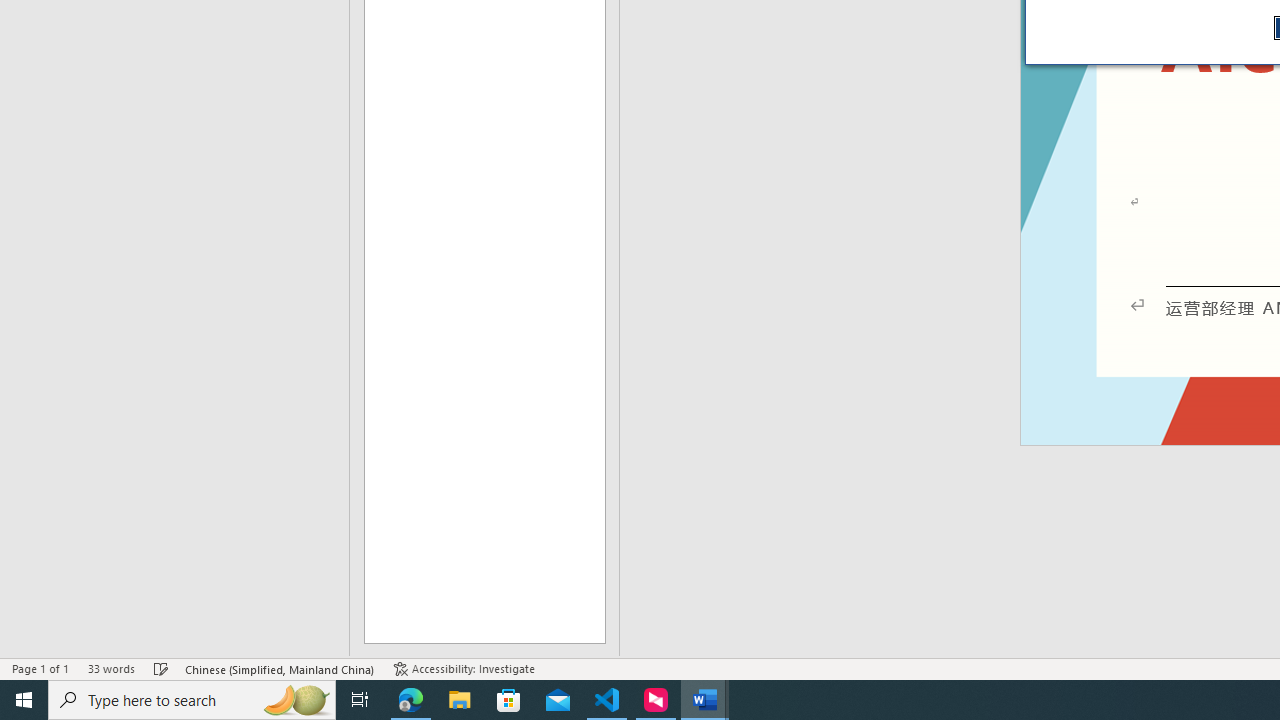 This screenshot has width=1280, height=720. What do you see at coordinates (463, 669) in the screenshot?
I see `'Accessibility Checker Accessibility: Investigate'` at bounding box center [463, 669].